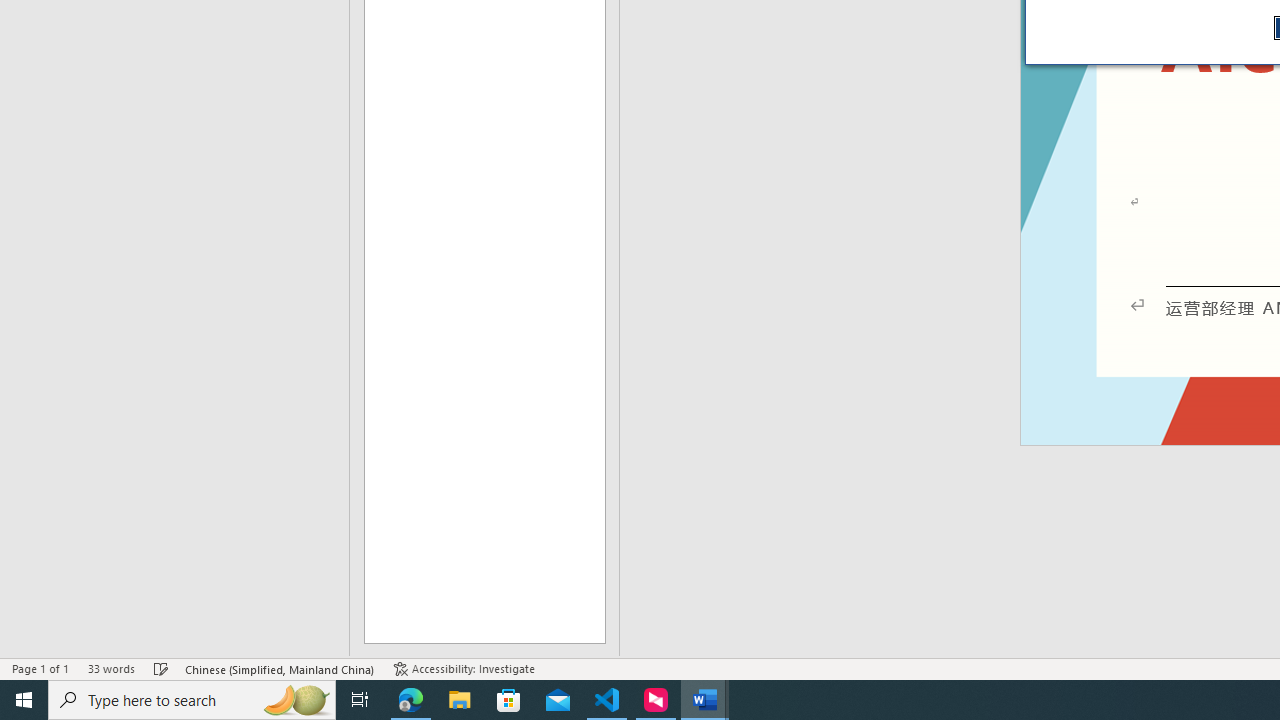 This screenshot has width=1280, height=720. What do you see at coordinates (463, 669) in the screenshot?
I see `'Accessibility Checker Accessibility: Investigate'` at bounding box center [463, 669].